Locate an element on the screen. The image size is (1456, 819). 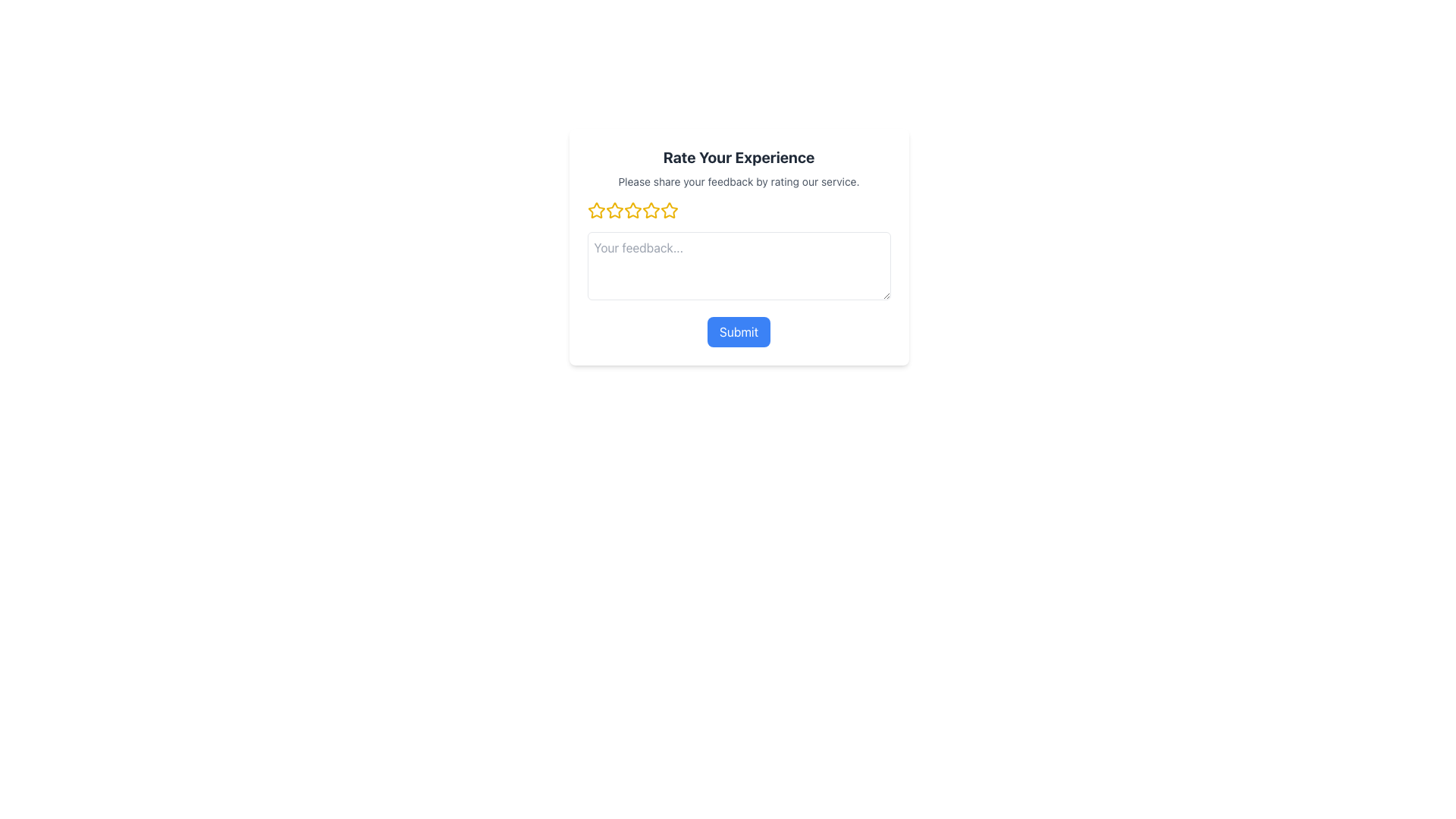
the third yellow star icon in the rating component is located at coordinates (632, 210).